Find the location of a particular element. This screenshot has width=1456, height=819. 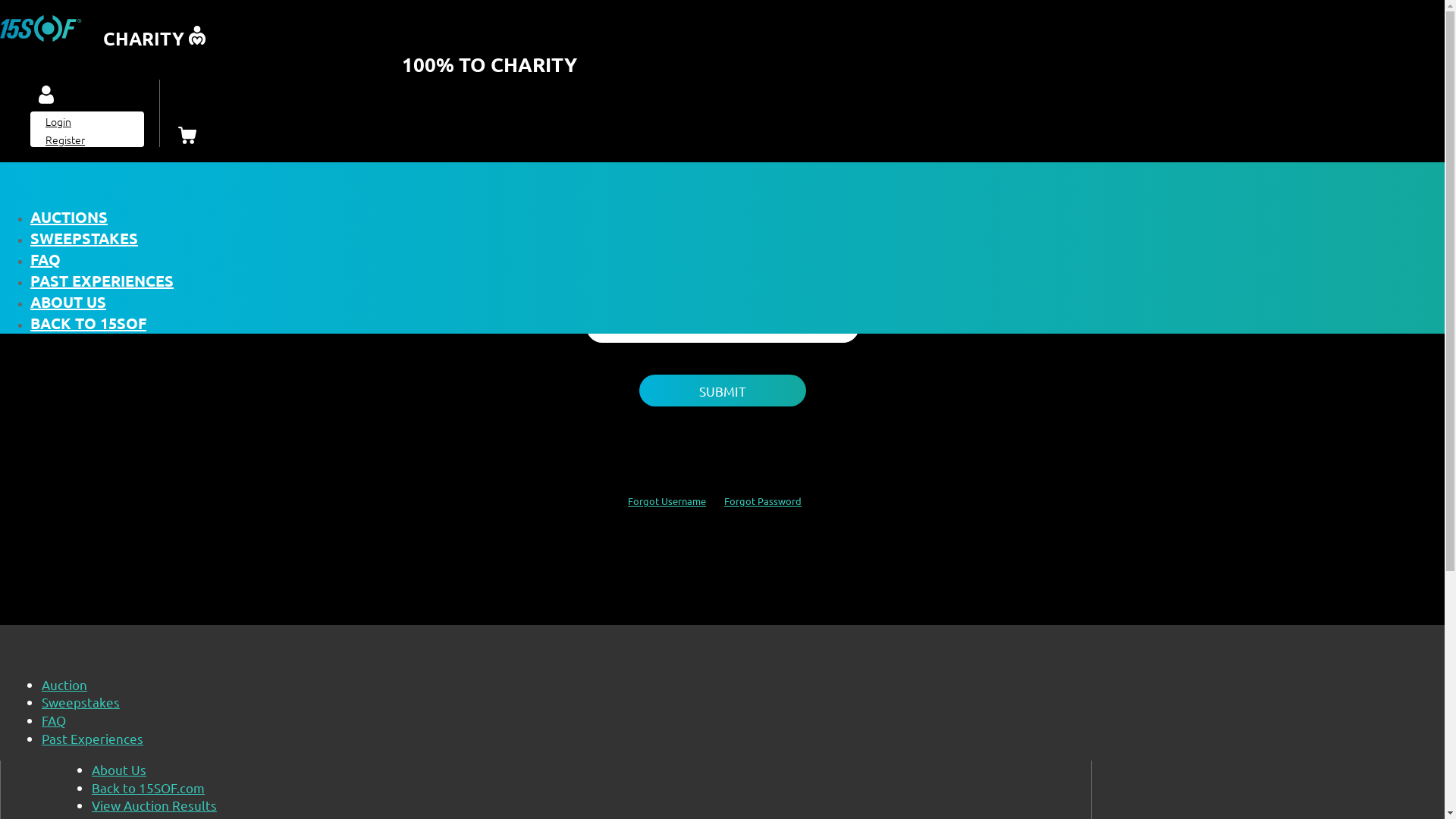

'Register here' is located at coordinates (792, 183).